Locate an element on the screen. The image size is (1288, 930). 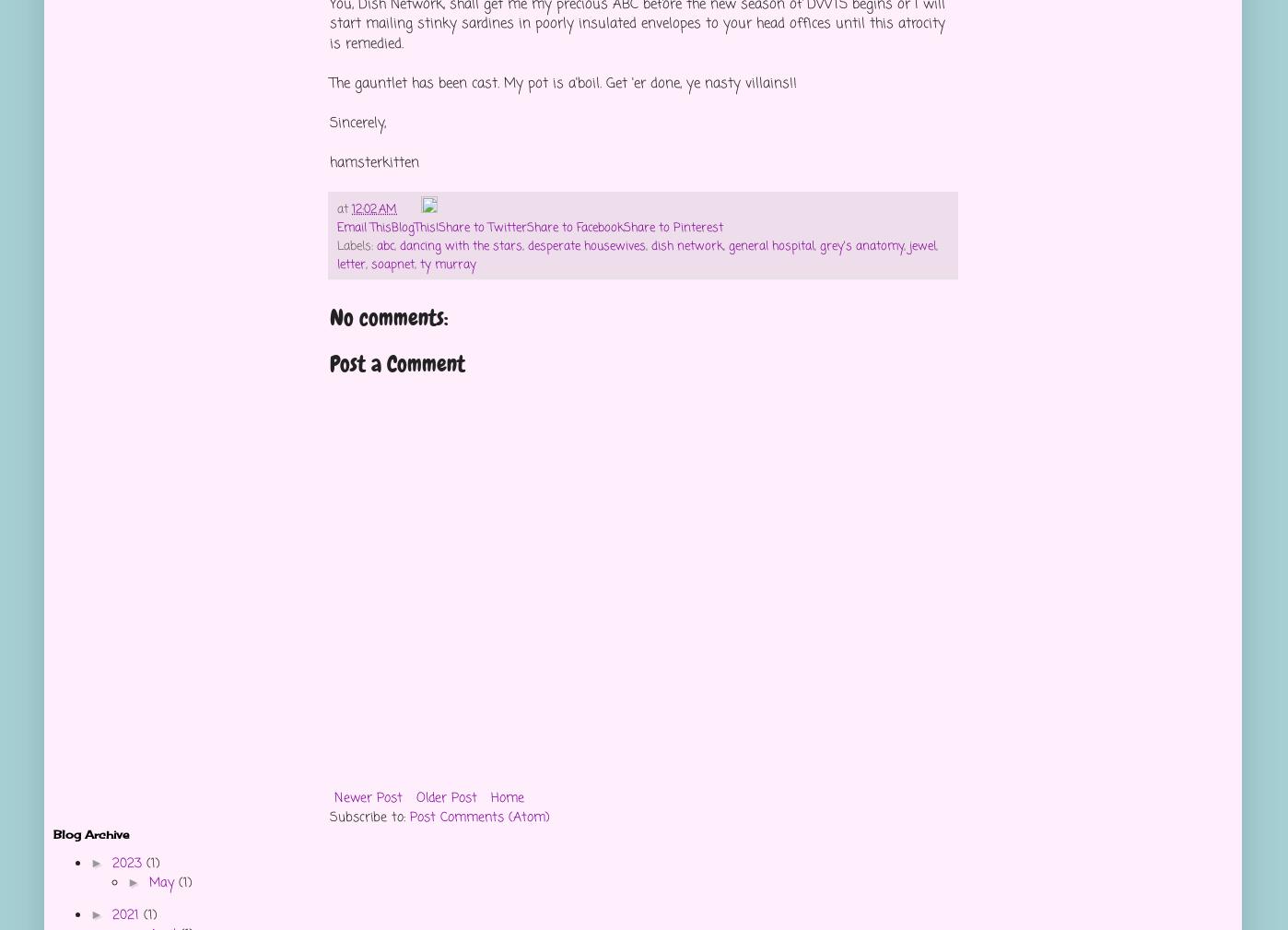
'Older Post' is located at coordinates (445, 798).